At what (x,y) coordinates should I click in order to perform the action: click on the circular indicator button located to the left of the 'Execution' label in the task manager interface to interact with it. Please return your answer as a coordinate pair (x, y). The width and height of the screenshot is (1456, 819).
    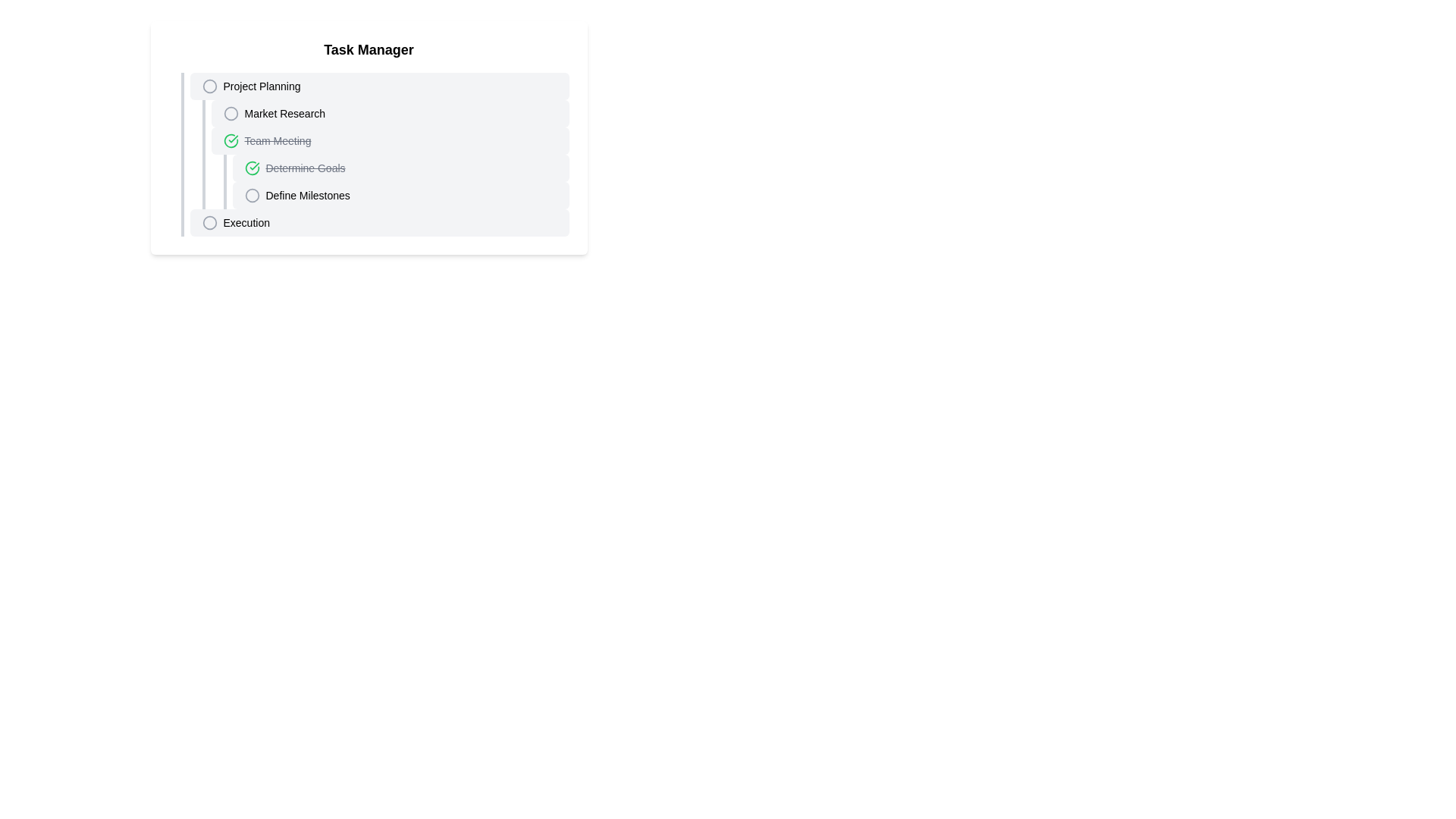
    Looking at the image, I should click on (209, 222).